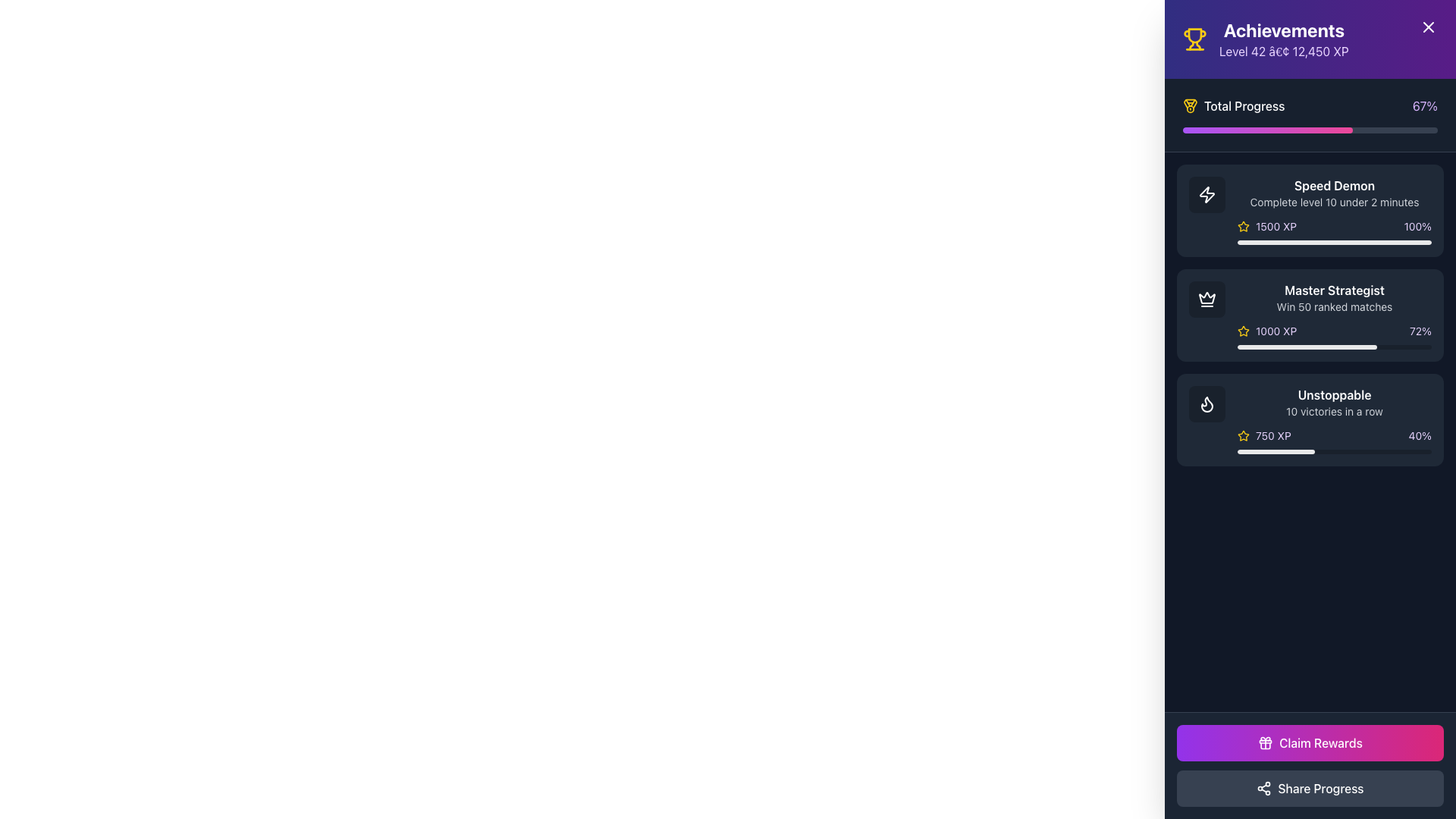 The height and width of the screenshot is (819, 1456). Describe the element at coordinates (1266, 227) in the screenshot. I see `text label indicating the experience points (XP) for completing the 'Speed Demon' achievement, which is positioned under the header 'Speed Demon: Complete level 10 under 2 minutes' in the Achievements sidebar` at that location.